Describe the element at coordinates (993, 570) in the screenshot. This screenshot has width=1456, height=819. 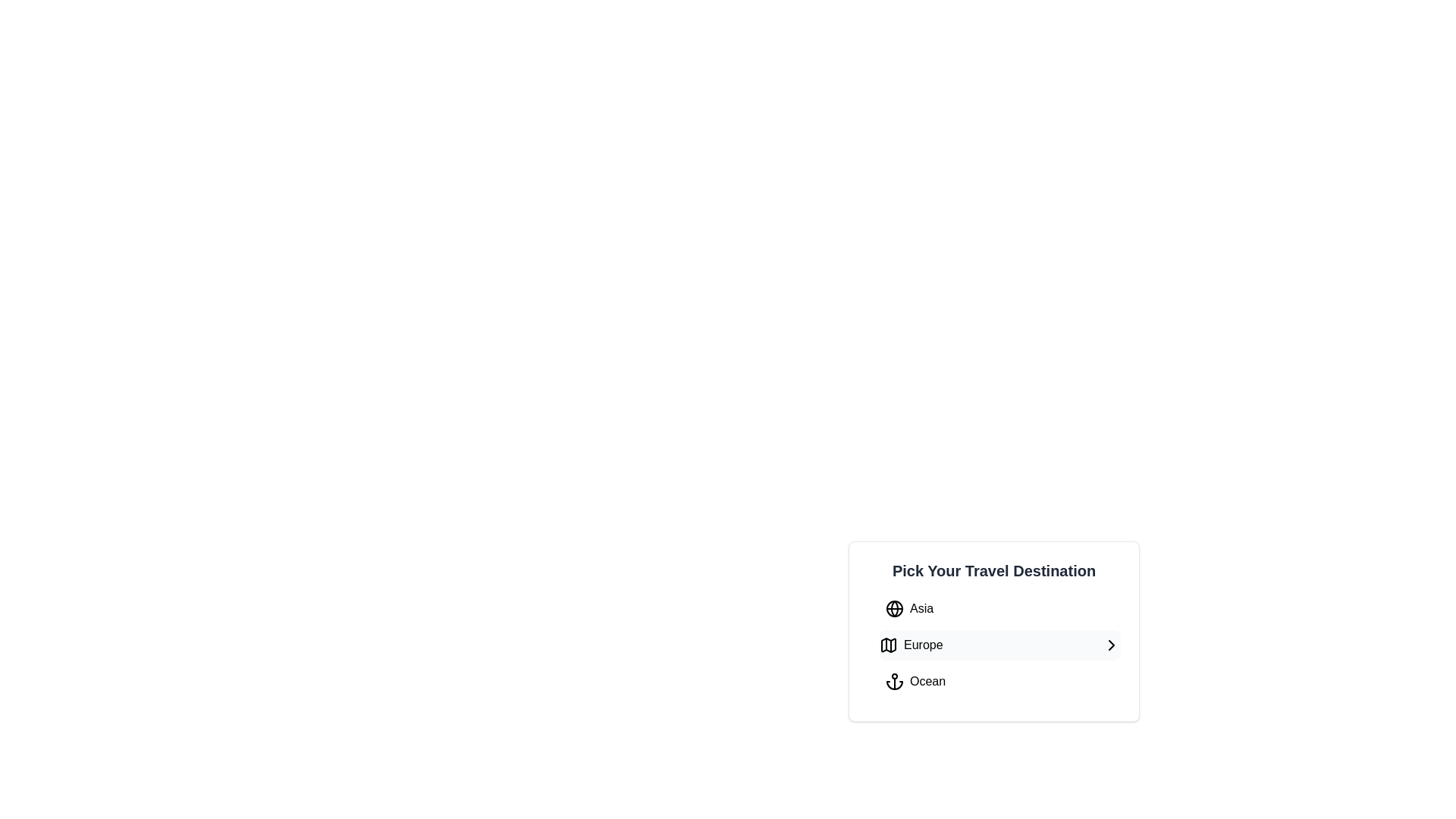
I see `the bold title text label displaying 'Pick Your Travel Destination', which is located at the top of a white rectangular card` at that location.